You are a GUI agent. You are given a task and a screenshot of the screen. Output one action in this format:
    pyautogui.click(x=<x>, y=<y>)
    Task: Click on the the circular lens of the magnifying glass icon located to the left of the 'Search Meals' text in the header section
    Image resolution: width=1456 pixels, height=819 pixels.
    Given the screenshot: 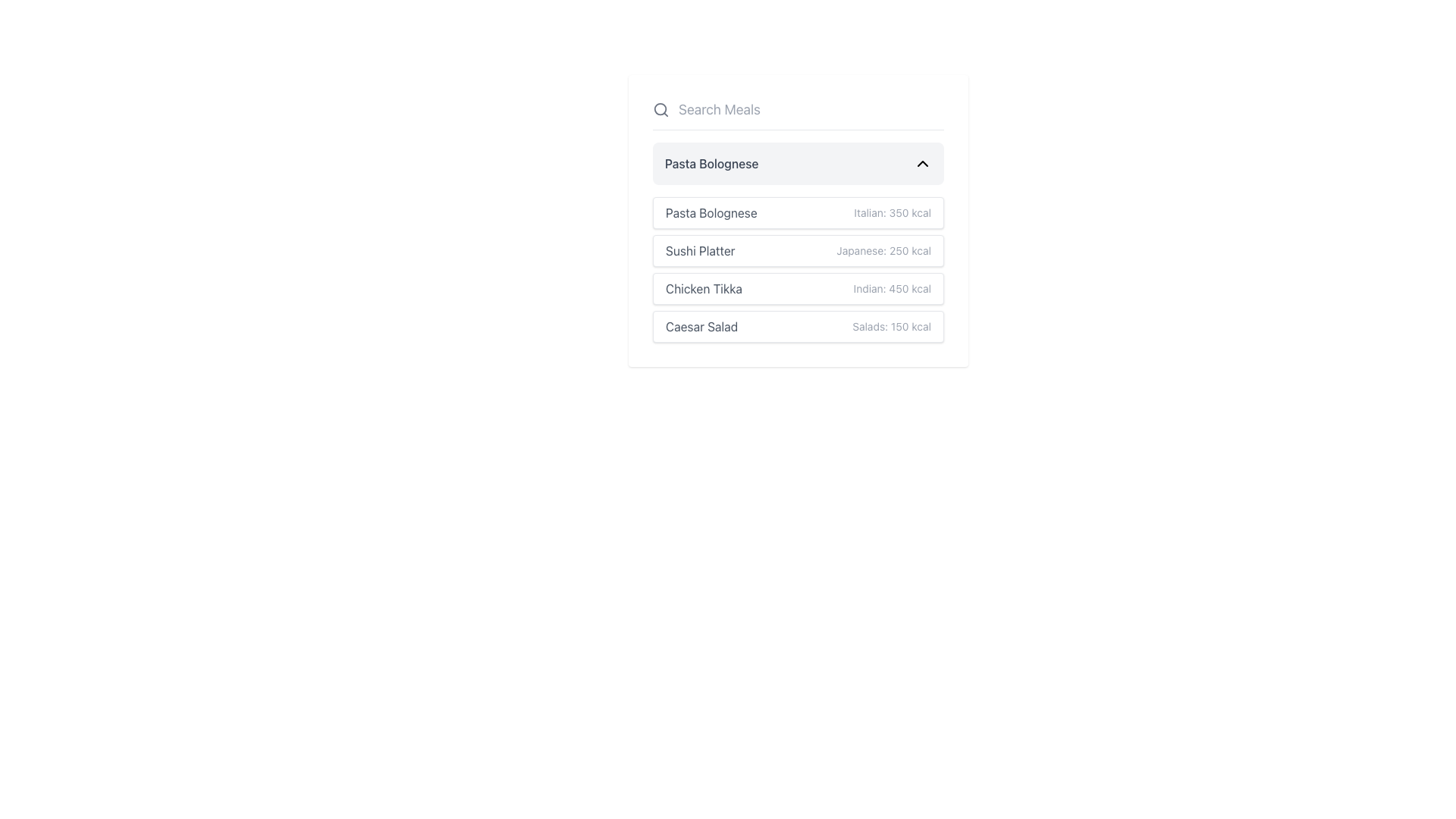 What is the action you would take?
    pyautogui.click(x=661, y=108)
    